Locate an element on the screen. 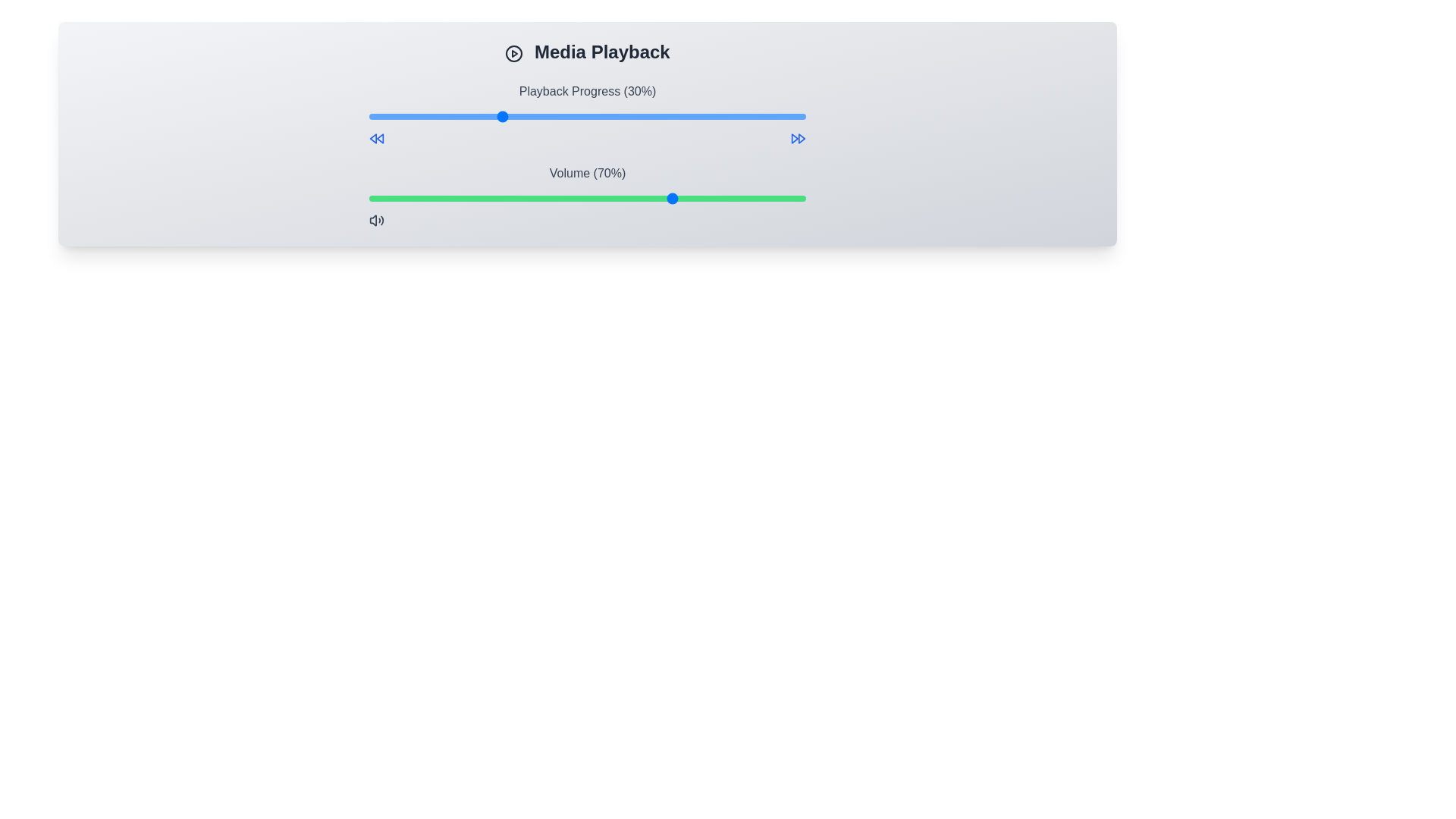  the rewind button is located at coordinates (377, 138).